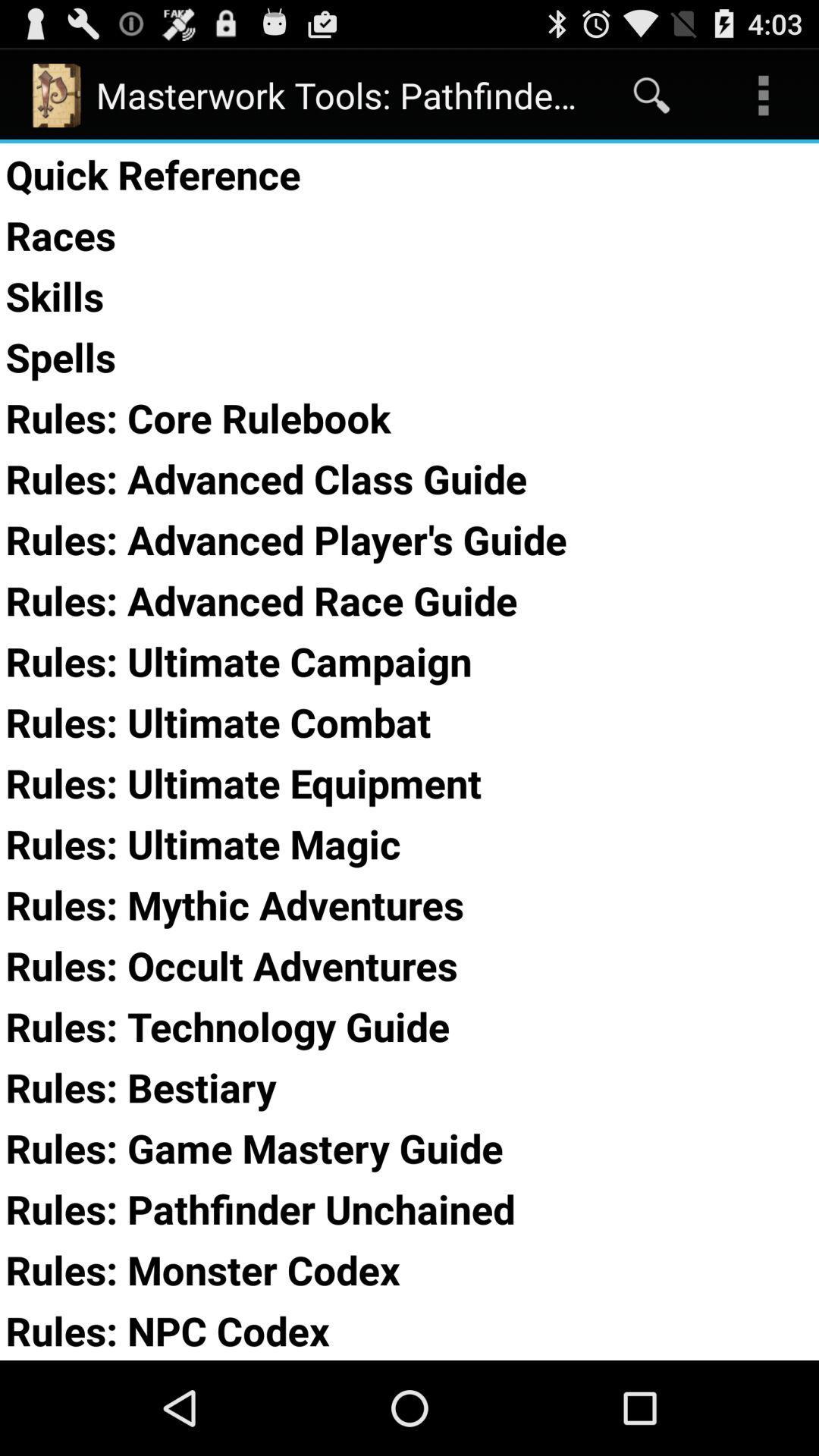 The height and width of the screenshot is (1456, 819). Describe the element at coordinates (55, 94) in the screenshot. I see `top left corner image` at that location.